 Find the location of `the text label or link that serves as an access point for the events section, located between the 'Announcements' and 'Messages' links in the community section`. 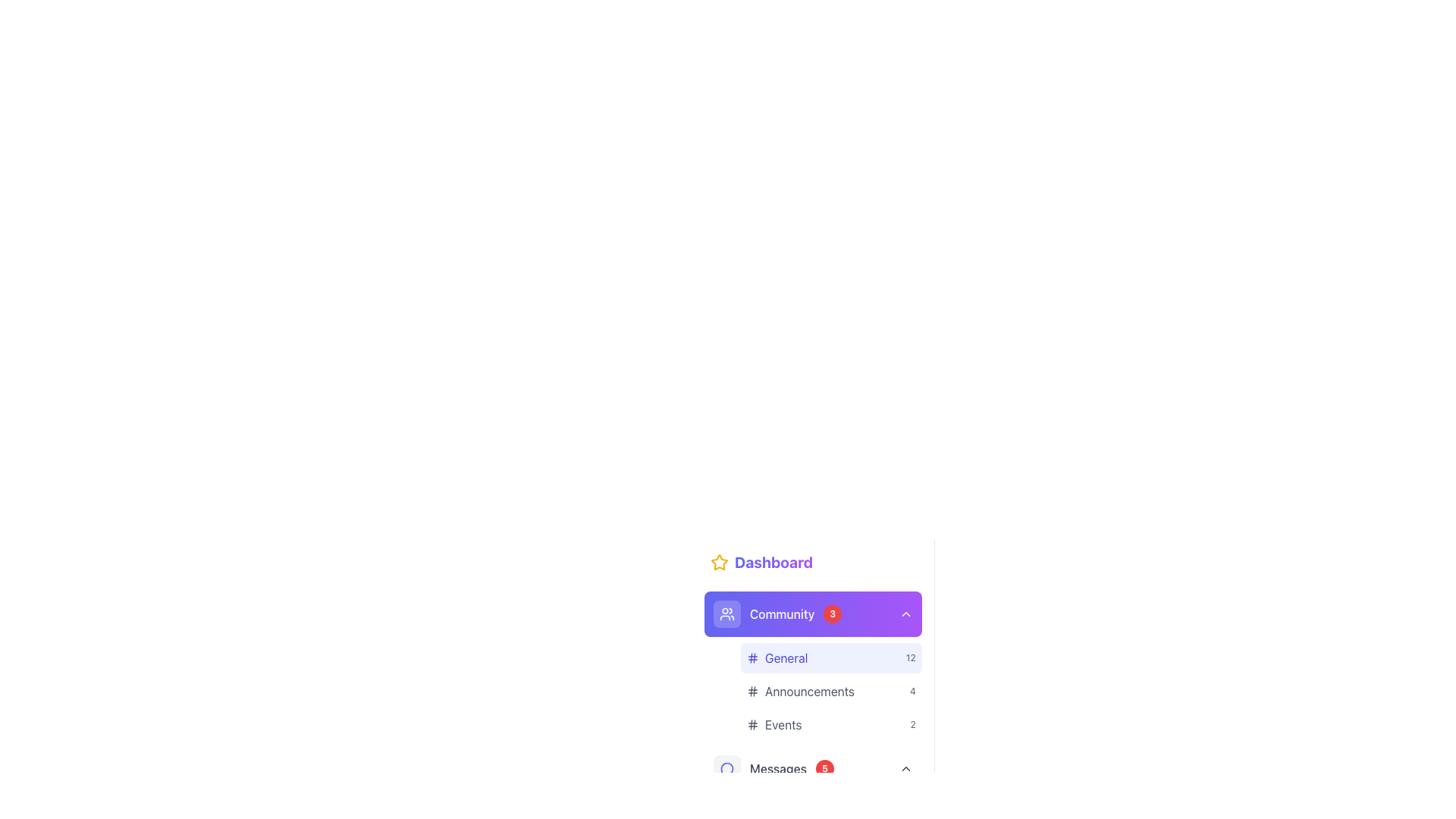

the text label or link that serves as an access point for the events section, located between the 'Announcements' and 'Messages' links in the community section is located at coordinates (783, 724).